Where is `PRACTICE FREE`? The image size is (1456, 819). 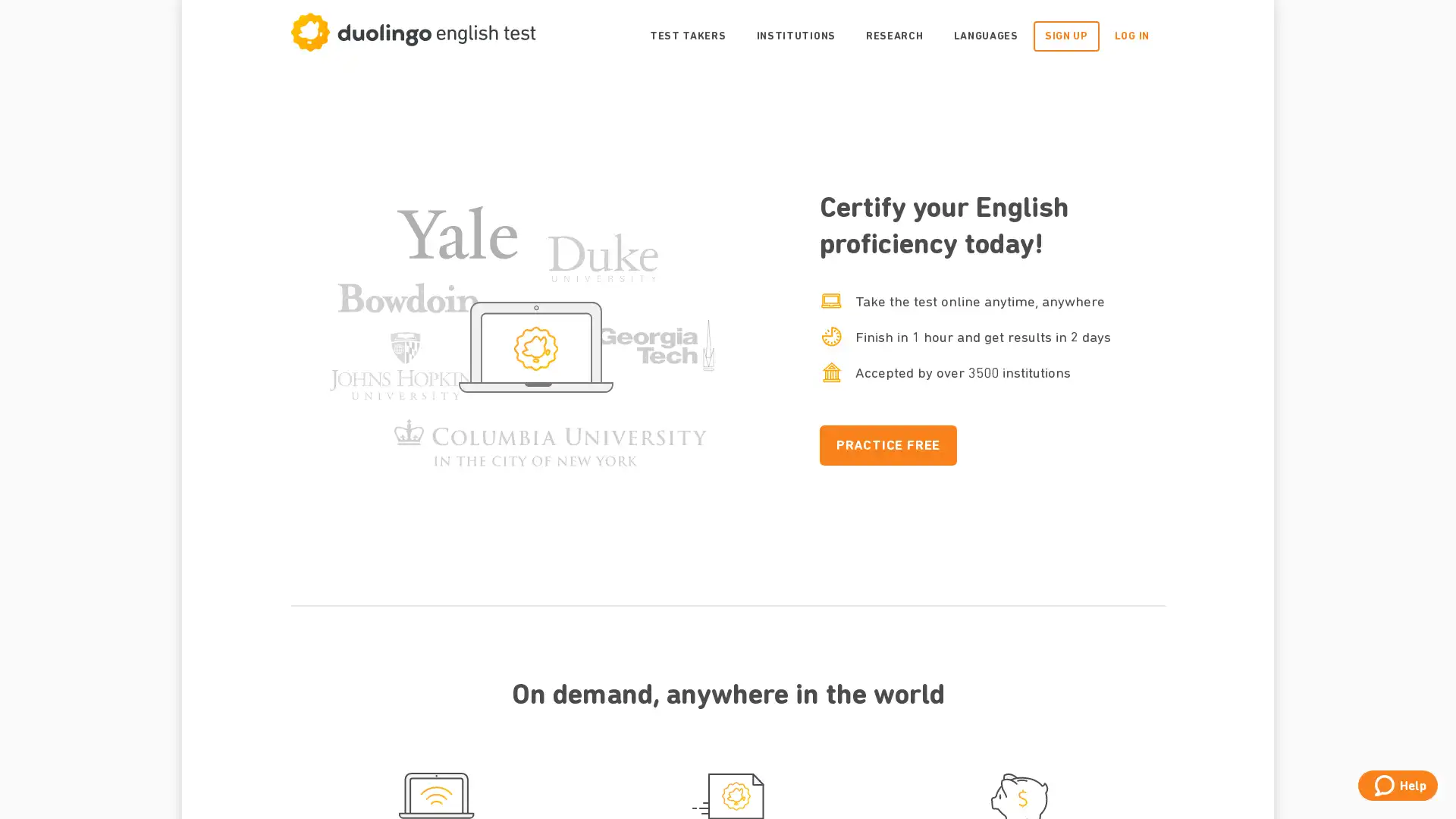 PRACTICE FREE is located at coordinates (888, 444).